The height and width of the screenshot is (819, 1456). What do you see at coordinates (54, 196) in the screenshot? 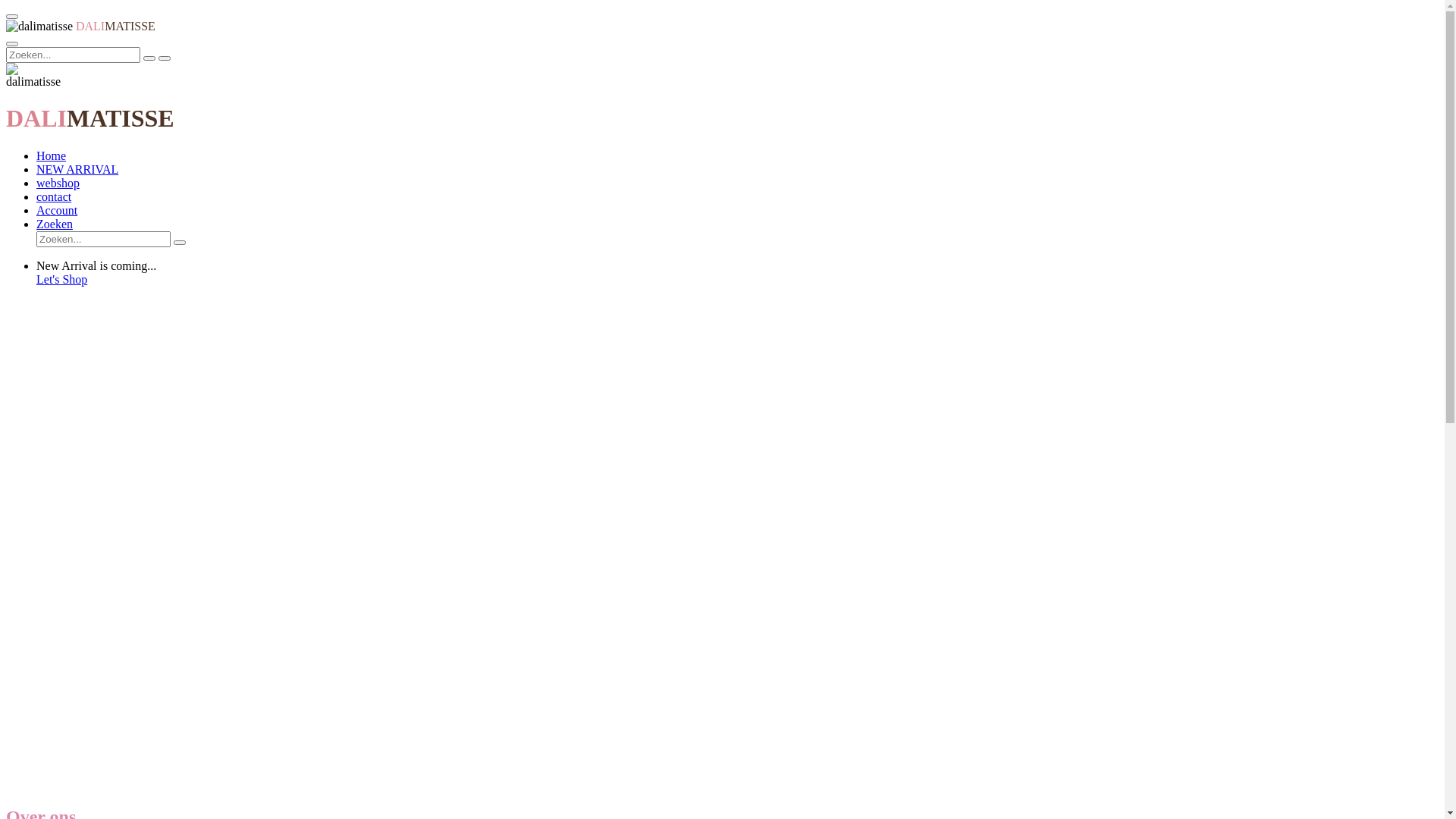
I see `'contact'` at bounding box center [54, 196].